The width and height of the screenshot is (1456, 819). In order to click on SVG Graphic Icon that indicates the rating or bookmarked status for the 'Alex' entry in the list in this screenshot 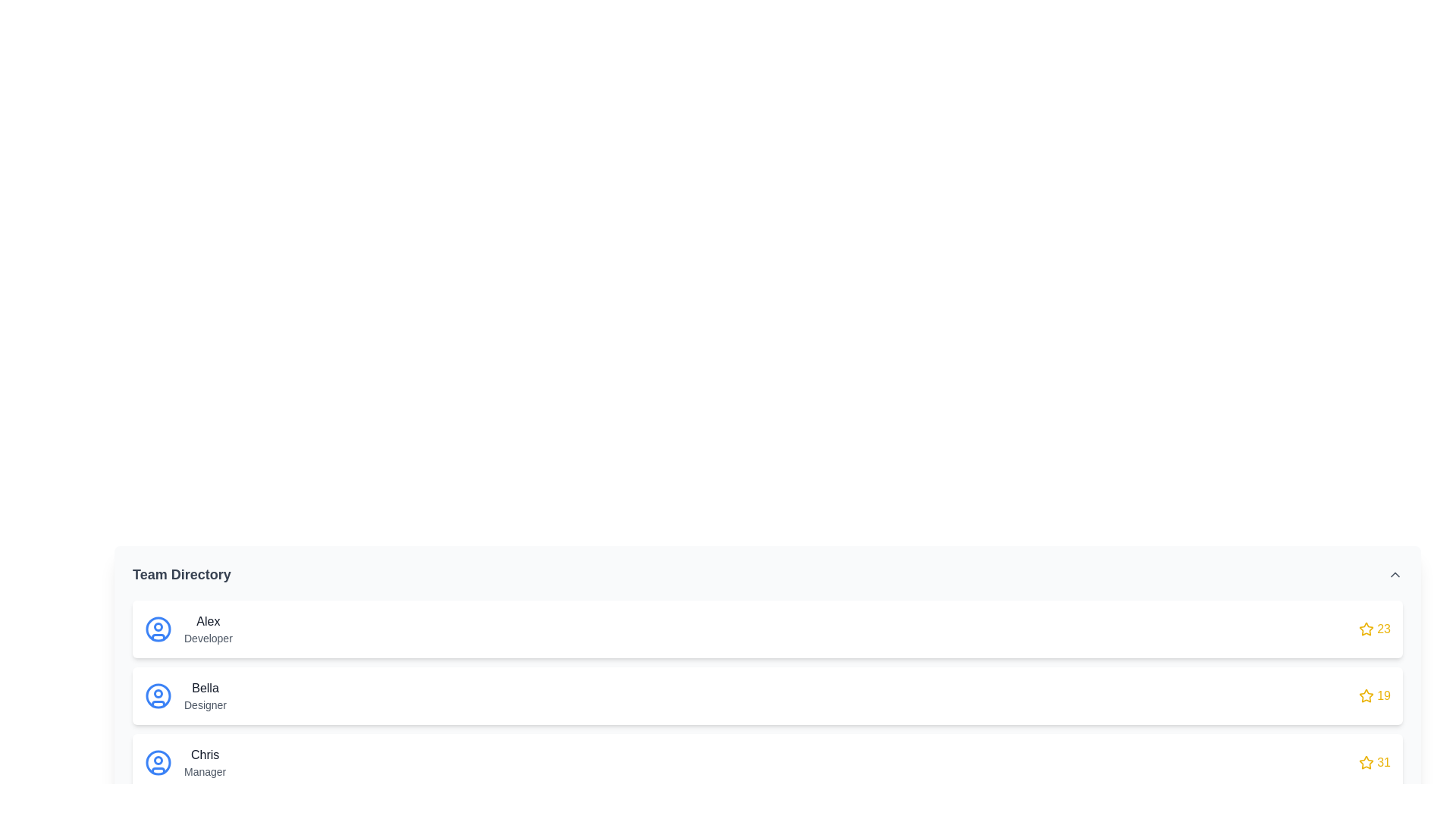, I will do `click(1367, 629)`.